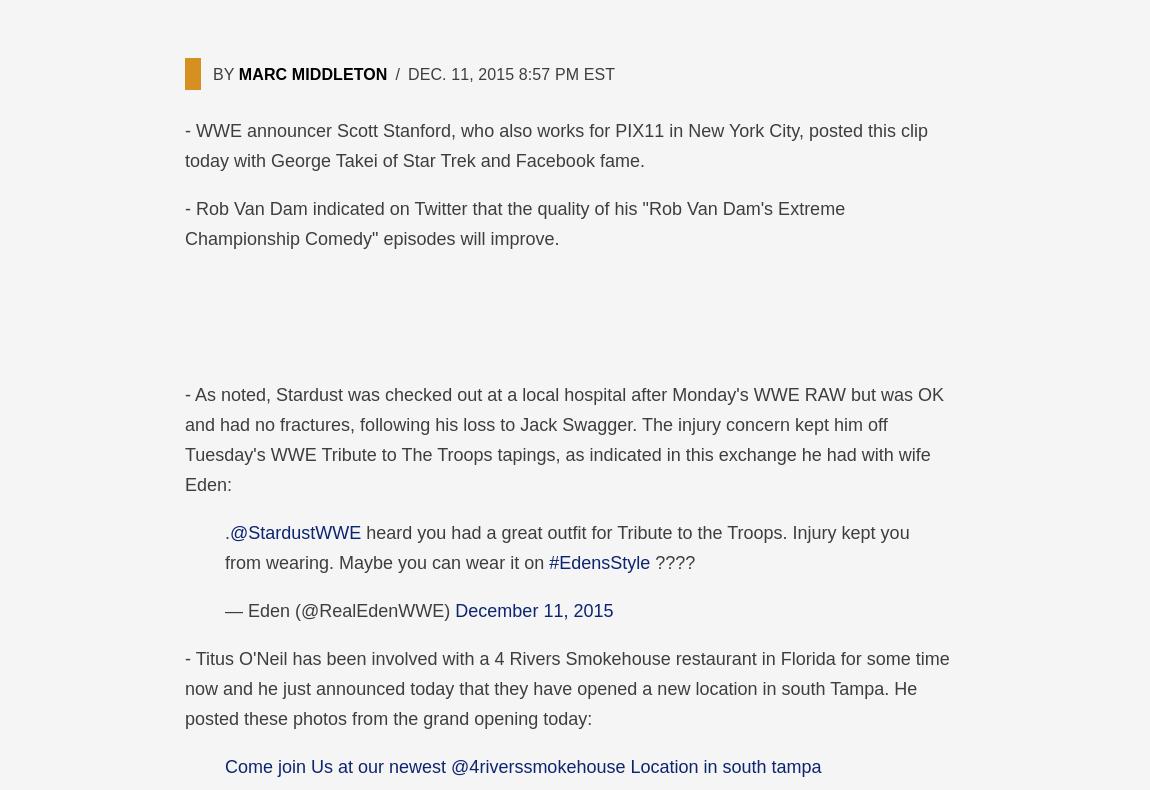 The height and width of the screenshot is (790, 1150). What do you see at coordinates (566, 688) in the screenshot?
I see `'- Titus O'Neil has been involved with a 4 Rivers Smokehouse restaurant in Florida for some time now and he just announced today that they have opened a new location in south Tampa. He posted these photos from the grand opening today:'` at bounding box center [566, 688].